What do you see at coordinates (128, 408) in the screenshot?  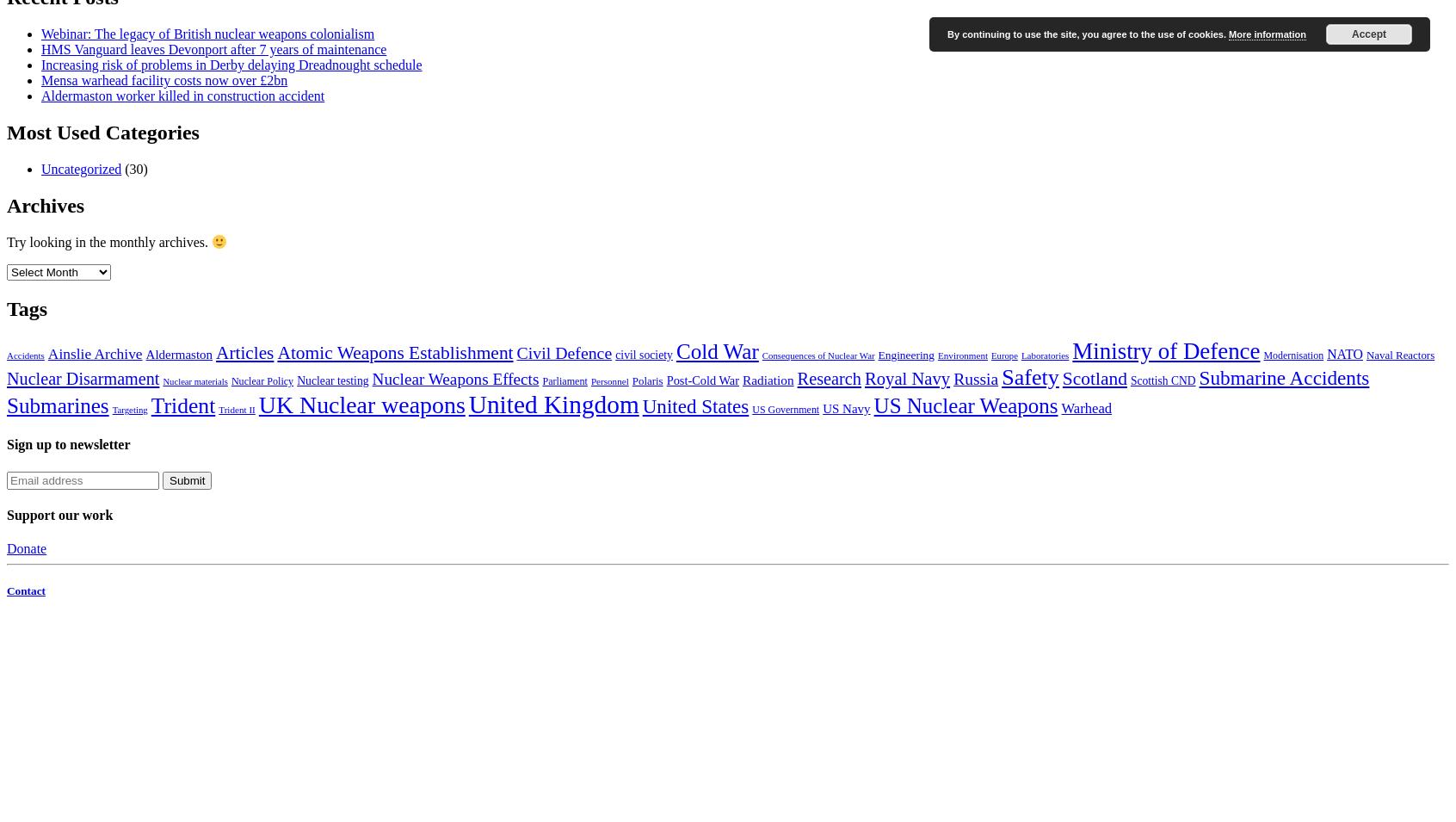 I see `'Targeting'` at bounding box center [128, 408].